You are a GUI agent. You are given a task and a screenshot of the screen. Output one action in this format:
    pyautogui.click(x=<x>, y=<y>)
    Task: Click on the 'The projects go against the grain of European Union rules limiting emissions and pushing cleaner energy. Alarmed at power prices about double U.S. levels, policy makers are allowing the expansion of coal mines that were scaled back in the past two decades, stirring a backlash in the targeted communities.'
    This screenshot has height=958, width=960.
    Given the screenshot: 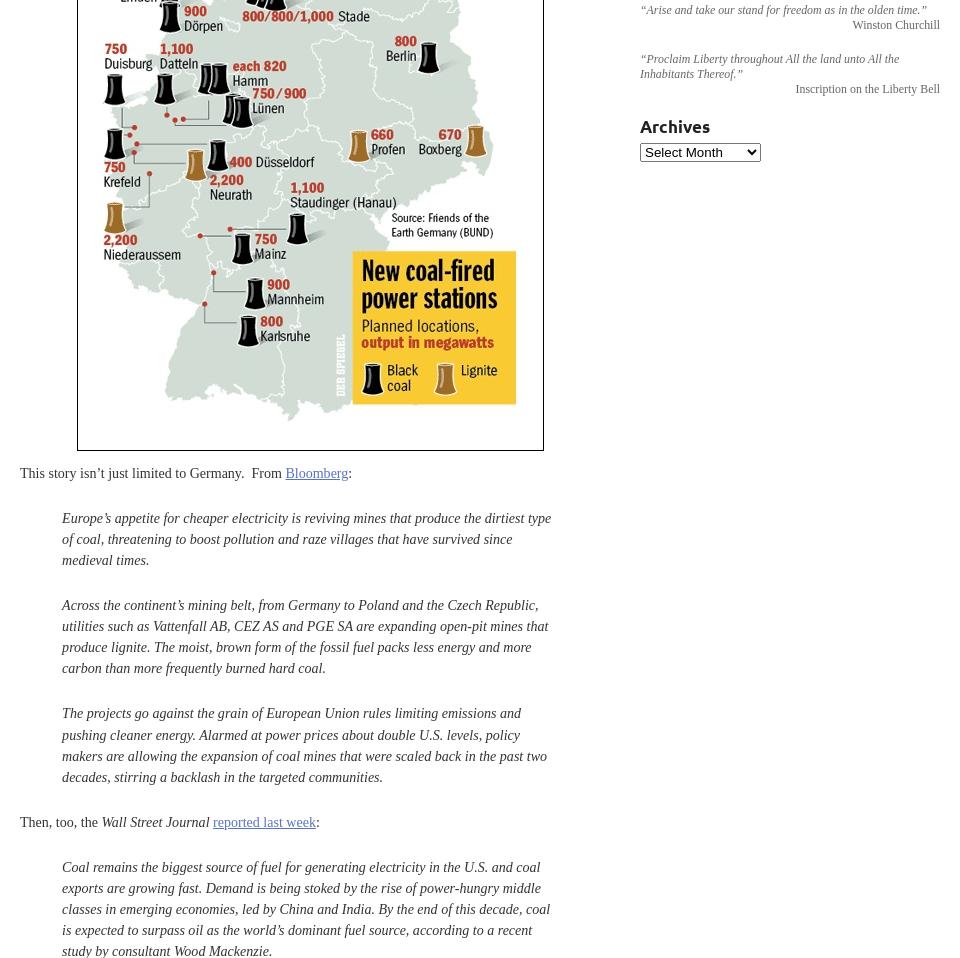 What is the action you would take?
    pyautogui.click(x=304, y=744)
    